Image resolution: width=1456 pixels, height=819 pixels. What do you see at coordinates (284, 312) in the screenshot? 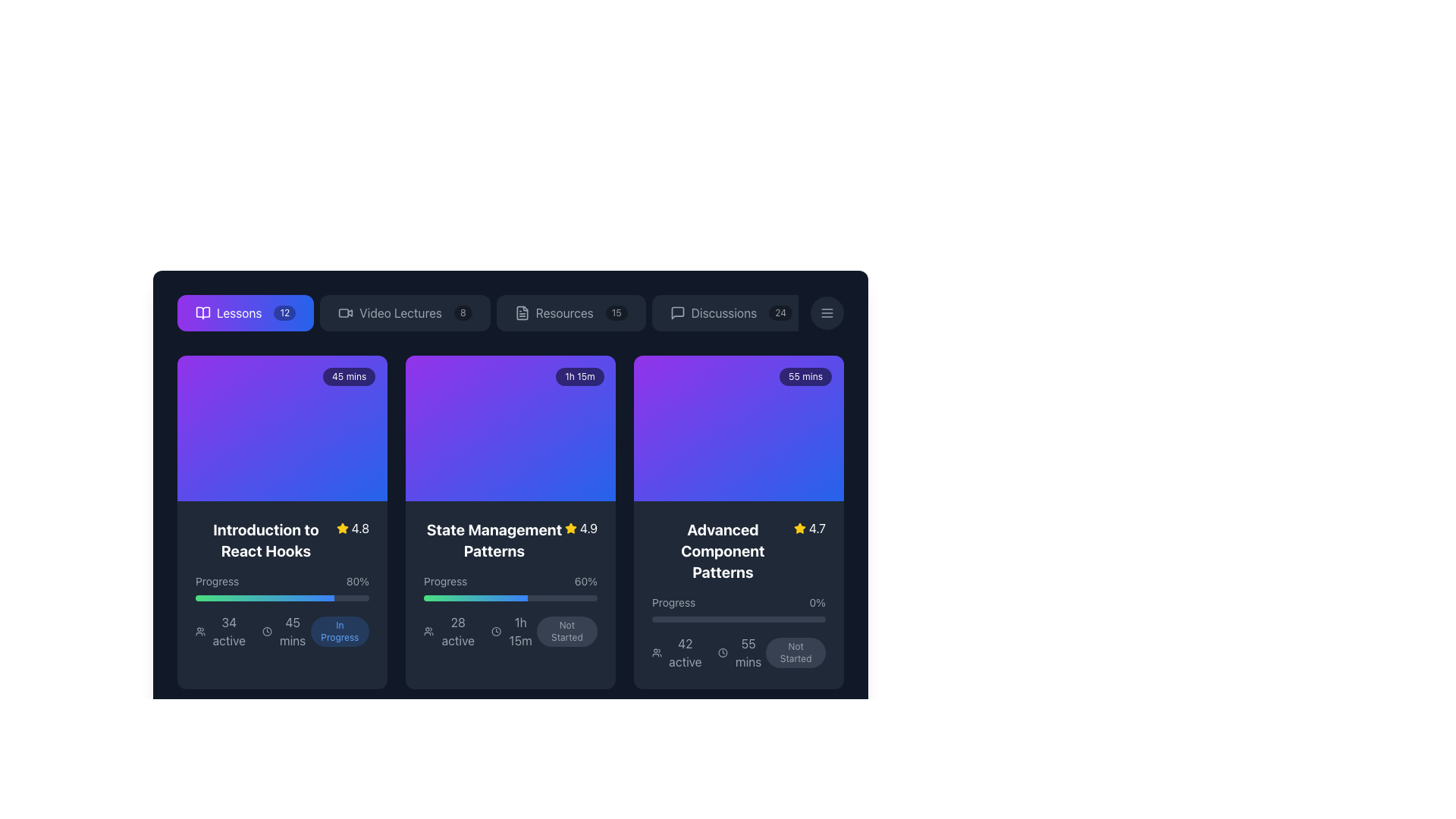
I see `the small pill-shaped label displaying the number '12' in white text with a black transparent background, located within the 'Lessons' section, to the right of its textual label` at bounding box center [284, 312].